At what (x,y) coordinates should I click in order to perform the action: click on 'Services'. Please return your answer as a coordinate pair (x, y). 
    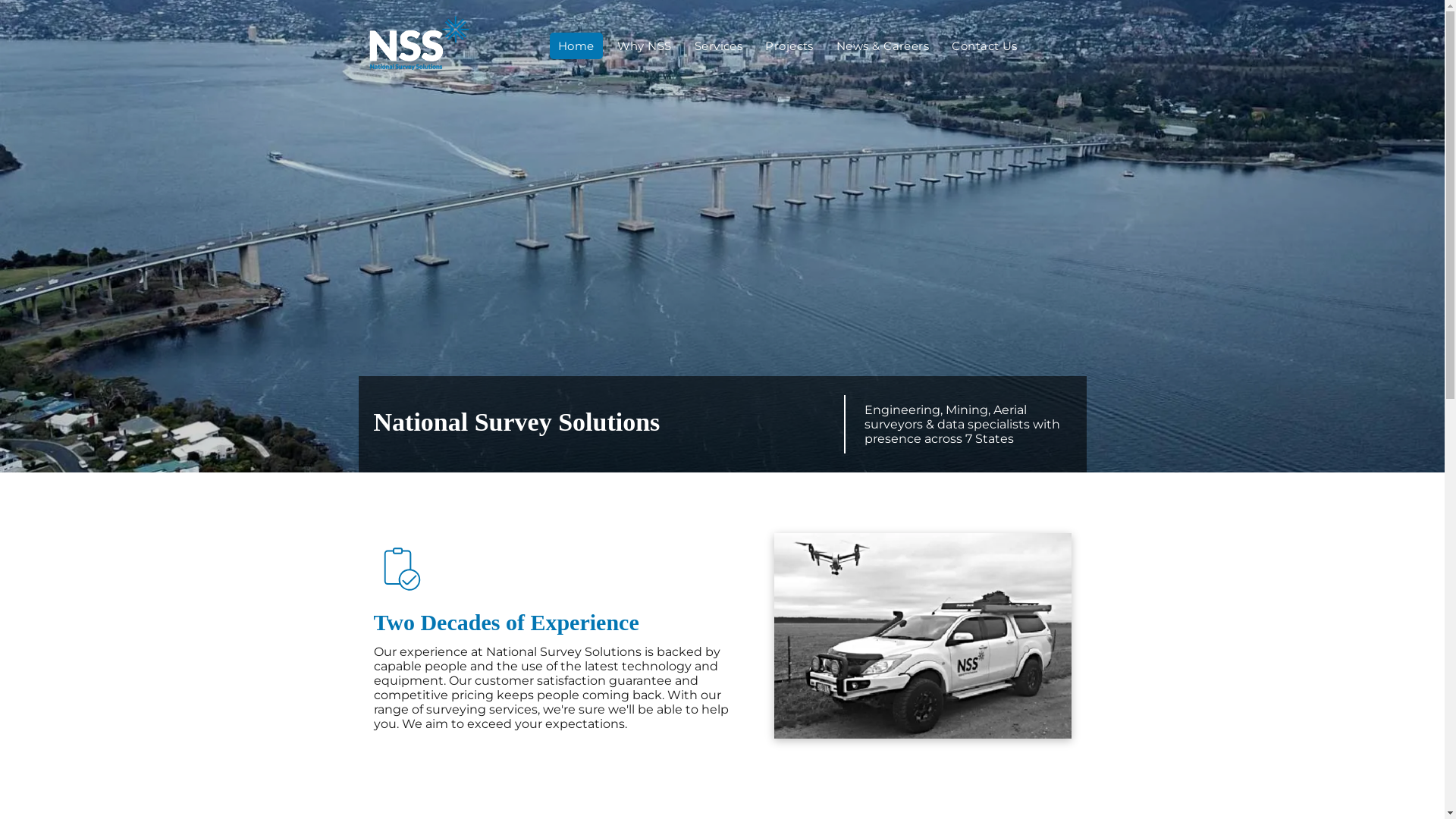
    Looking at the image, I should click on (686, 45).